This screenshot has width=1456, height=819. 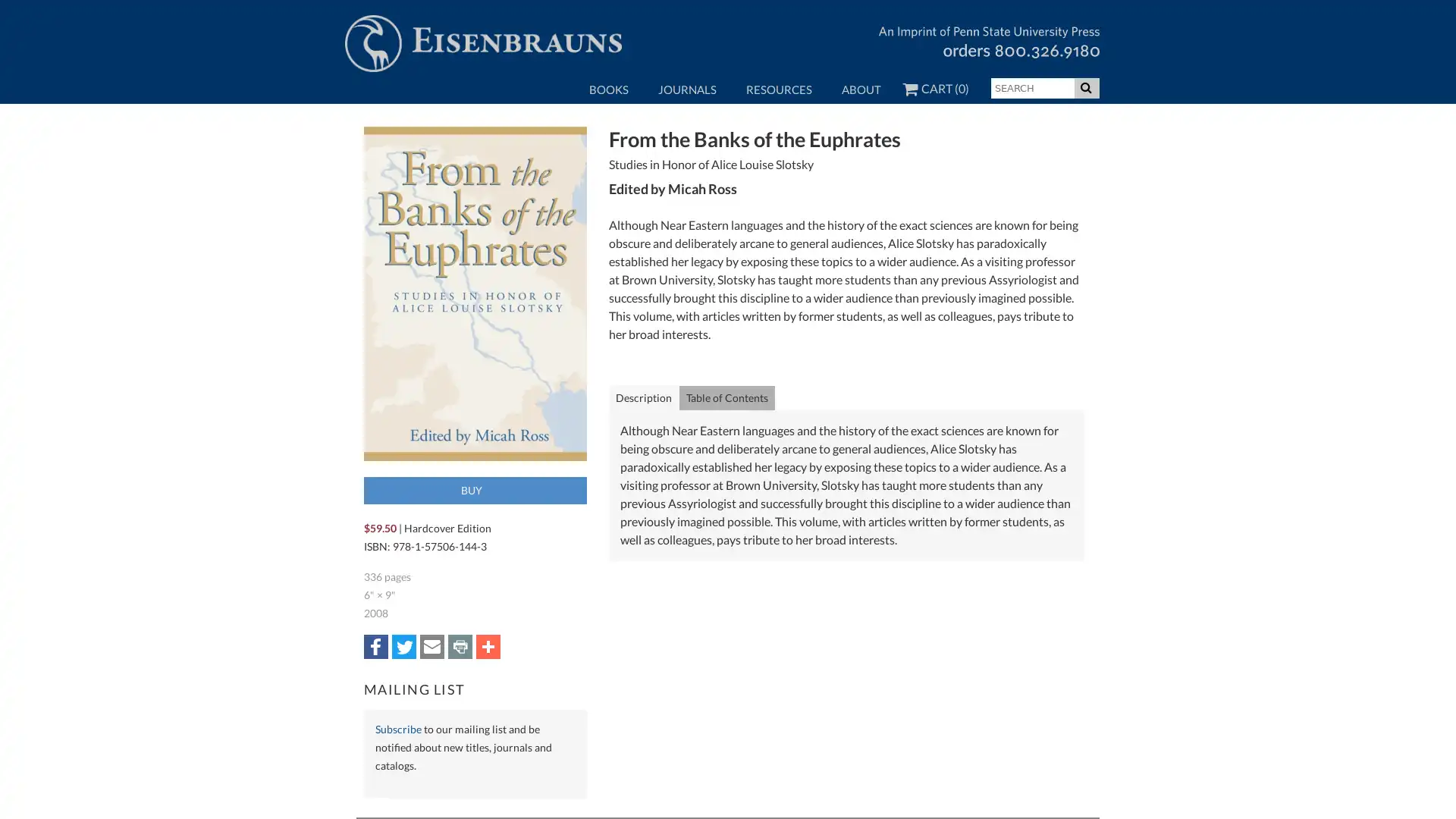 What do you see at coordinates (488, 646) in the screenshot?
I see `Share to More` at bounding box center [488, 646].